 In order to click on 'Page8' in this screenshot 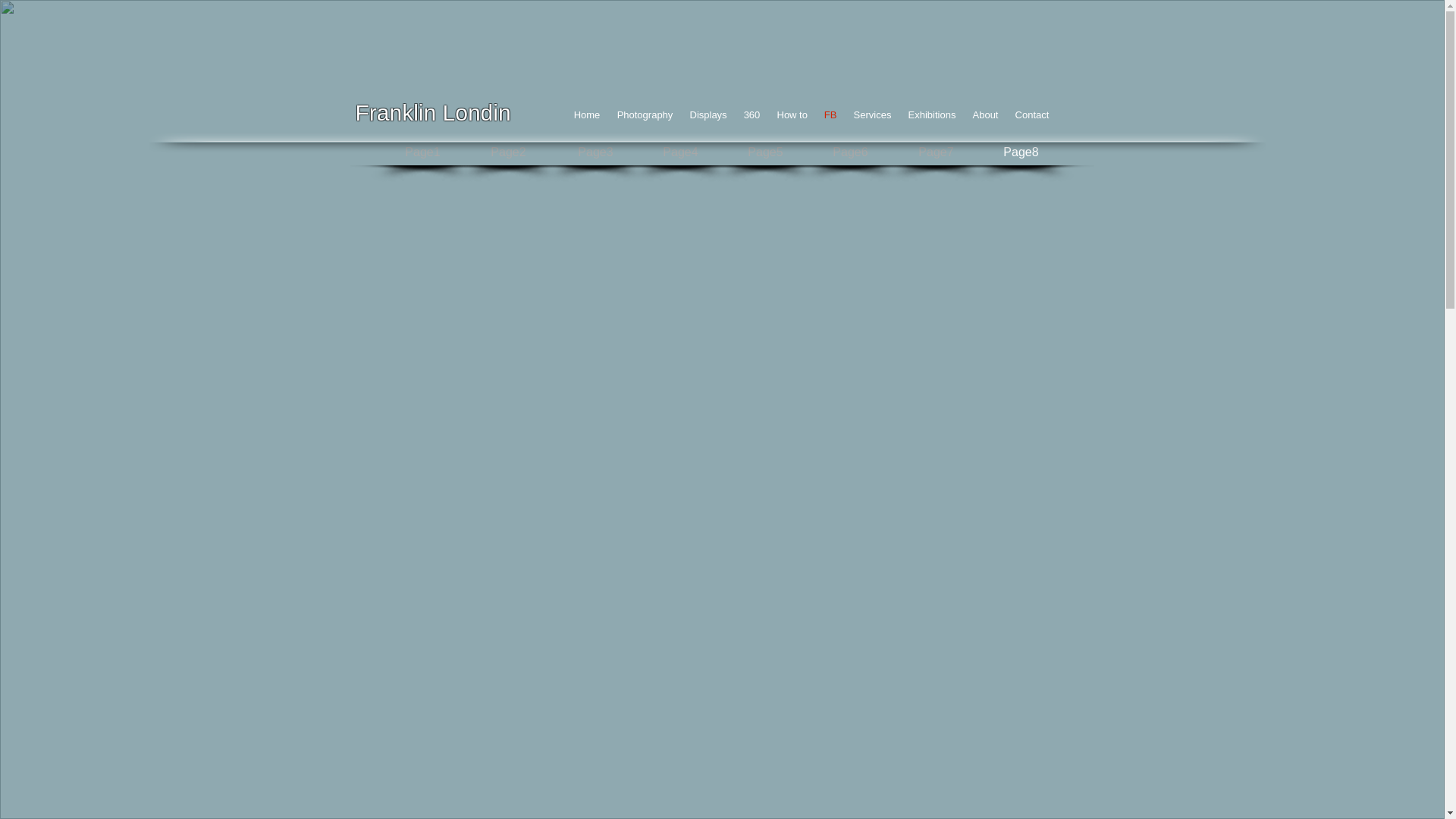, I will do `click(1021, 152)`.